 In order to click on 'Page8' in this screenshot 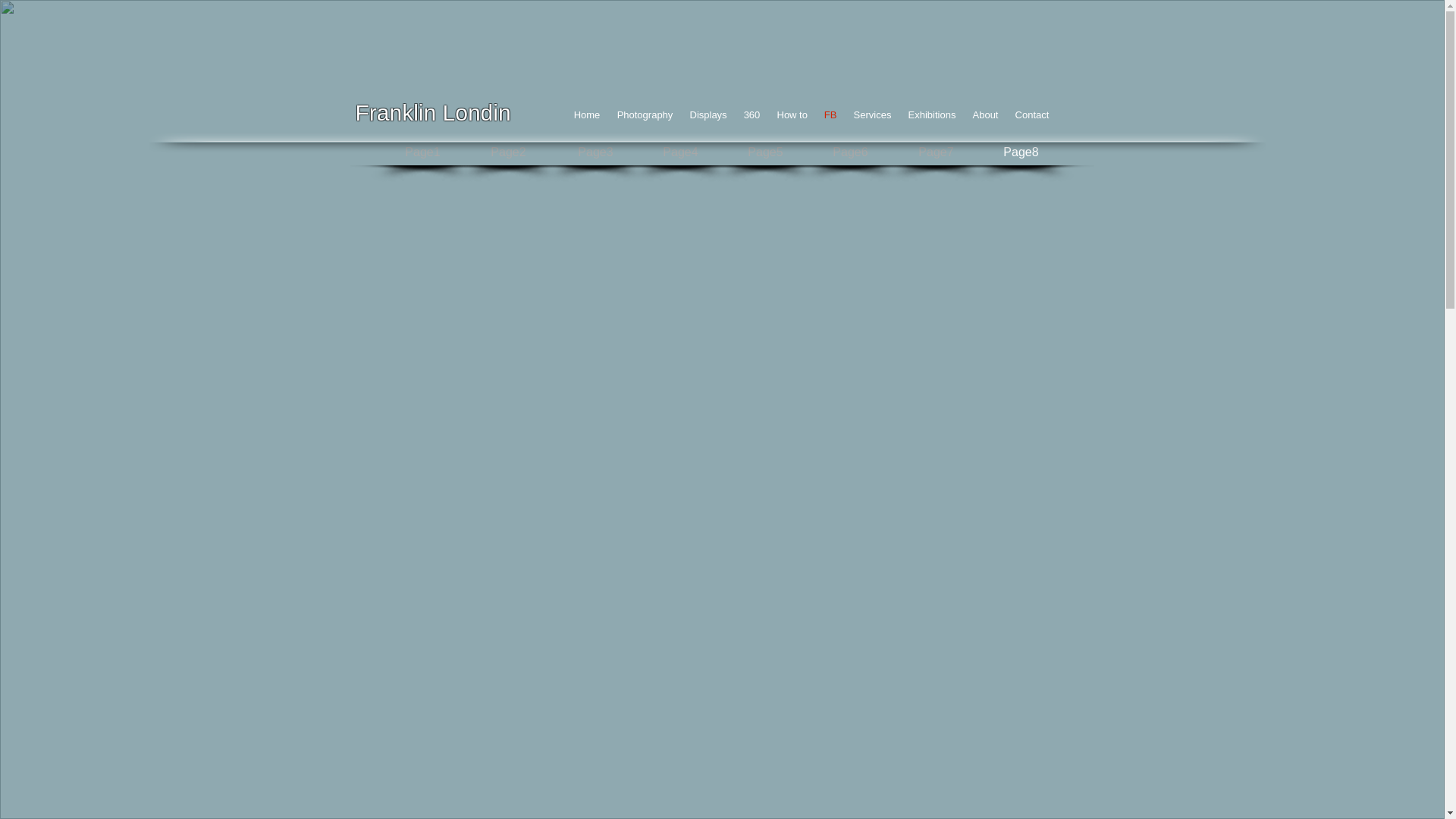, I will do `click(1021, 152)`.